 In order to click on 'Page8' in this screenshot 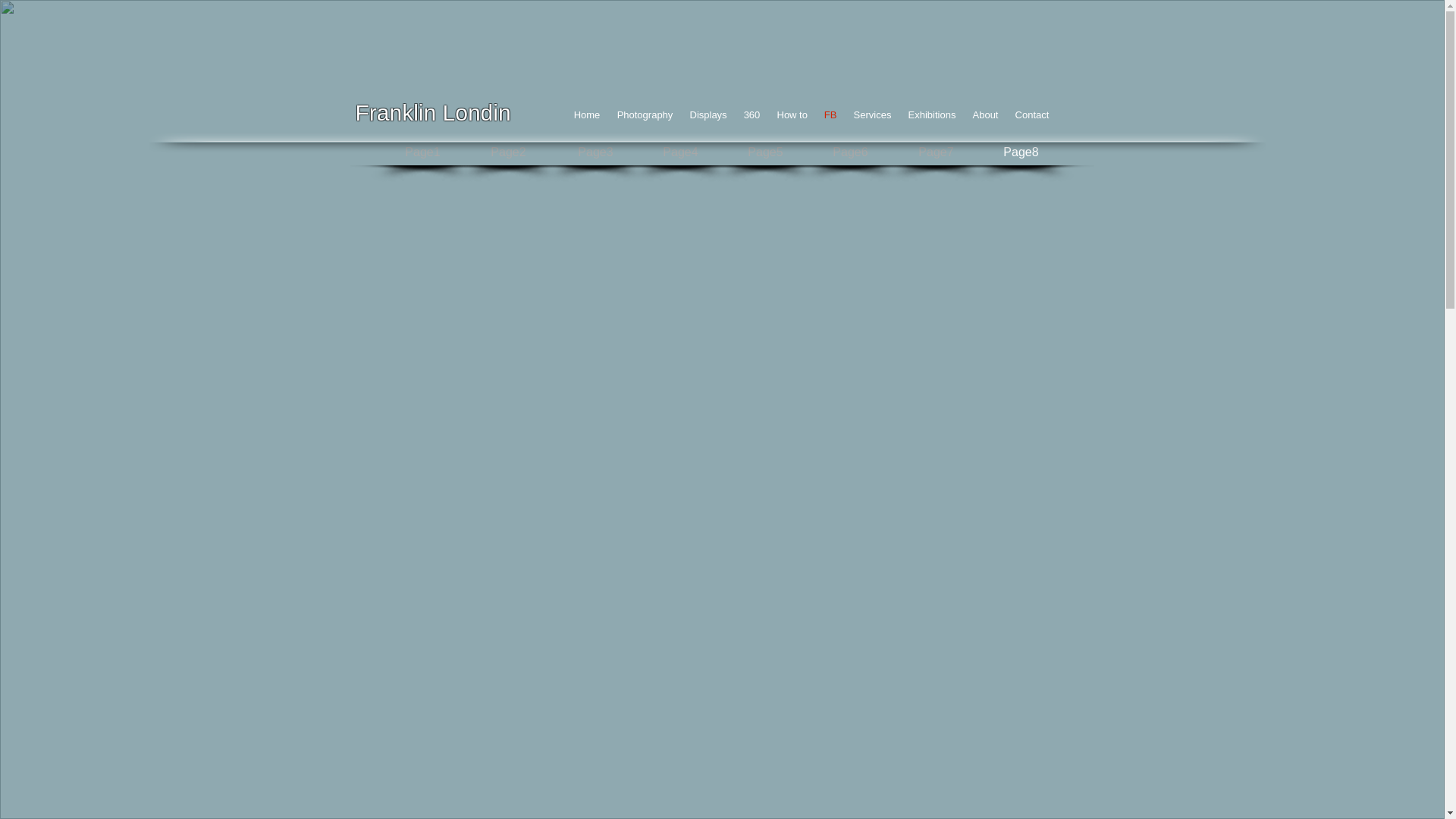, I will do `click(1021, 152)`.